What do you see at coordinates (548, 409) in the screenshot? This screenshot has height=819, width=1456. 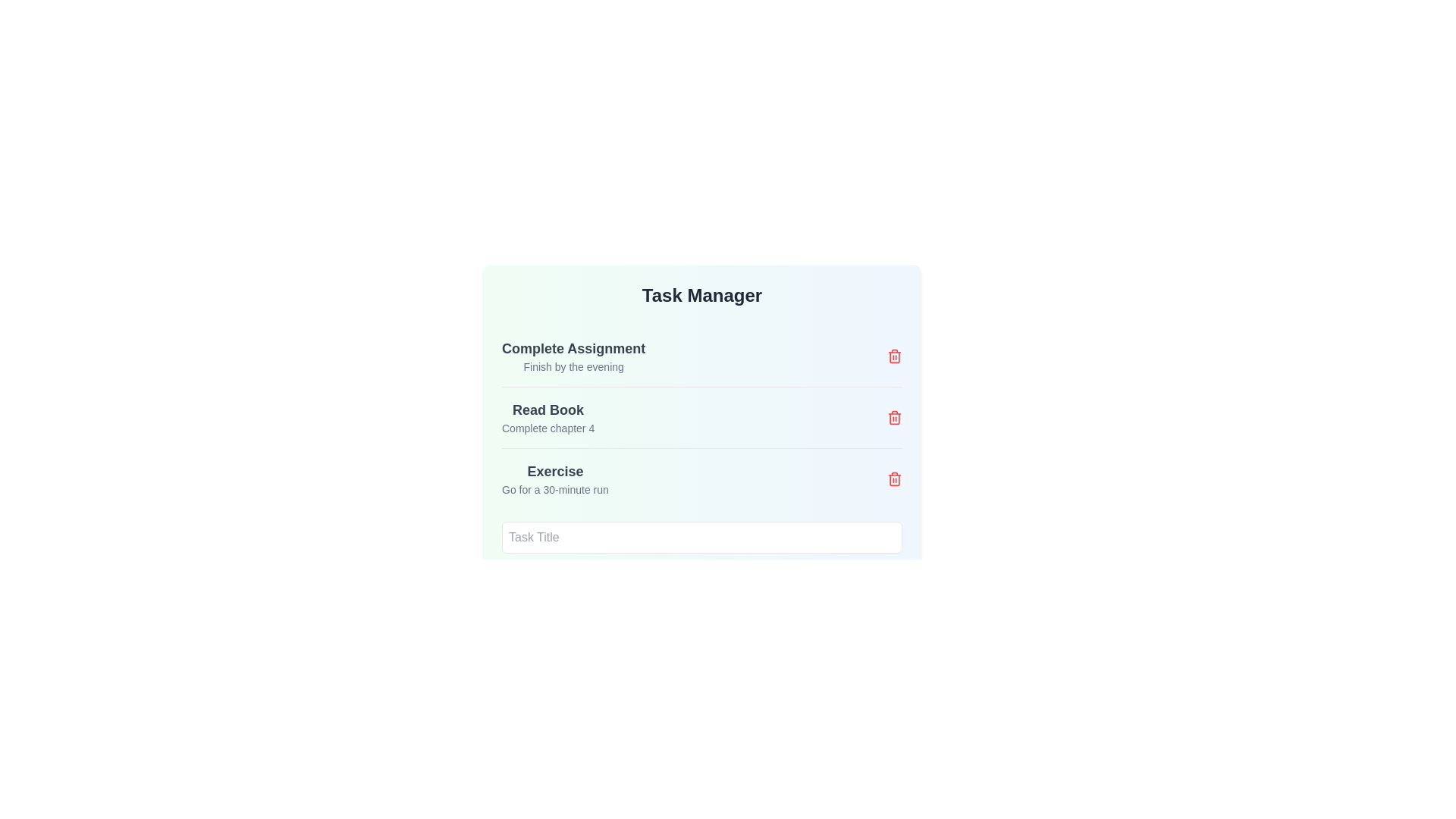 I see `text label titled 'Read Book' which is styled in bold and is located centrally within a list-like section, accompanied by the subtitle 'Complete chapter 4'` at bounding box center [548, 409].